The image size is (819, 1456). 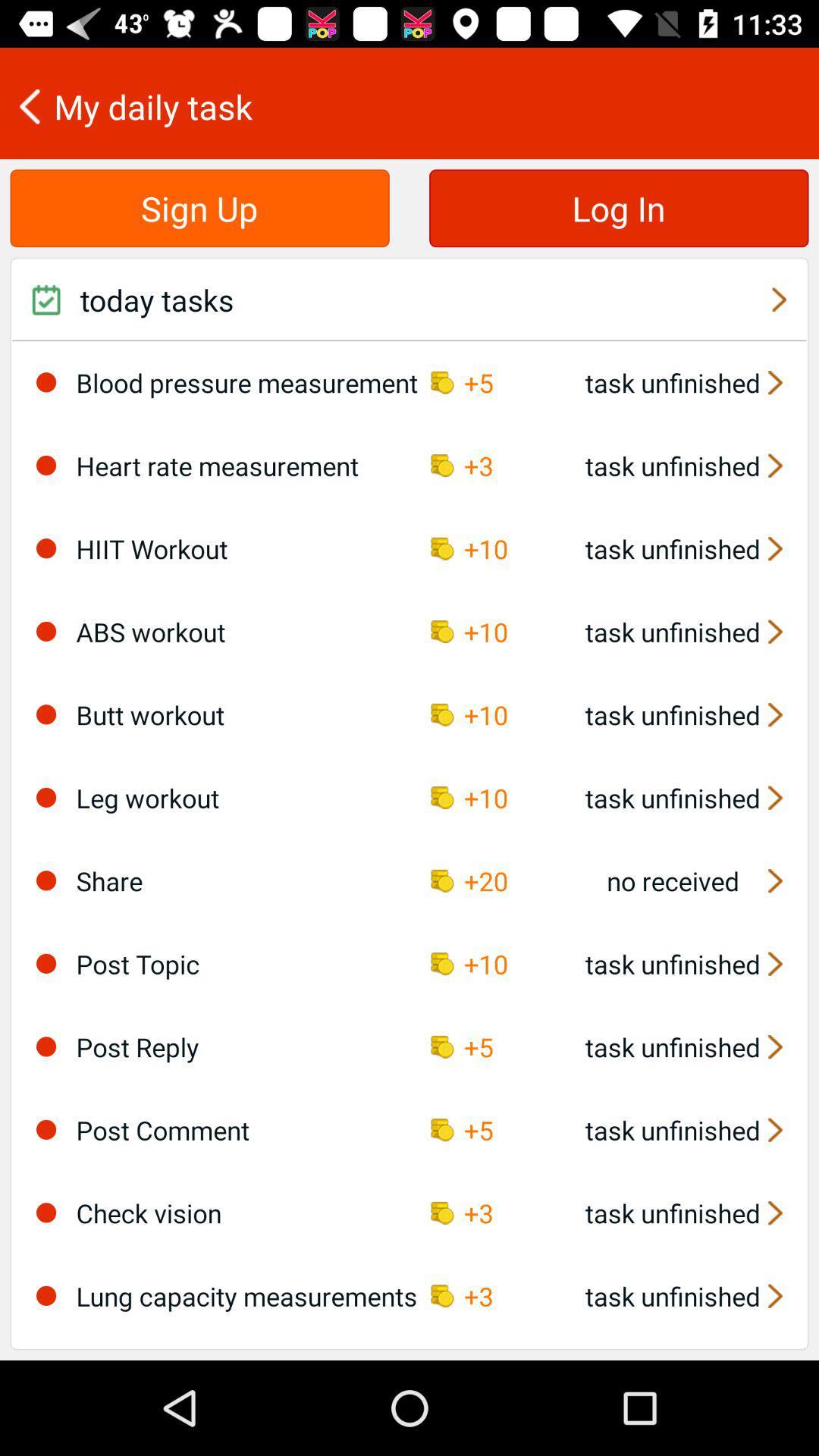 I want to click on icon below the my daily task item, so click(x=199, y=207).